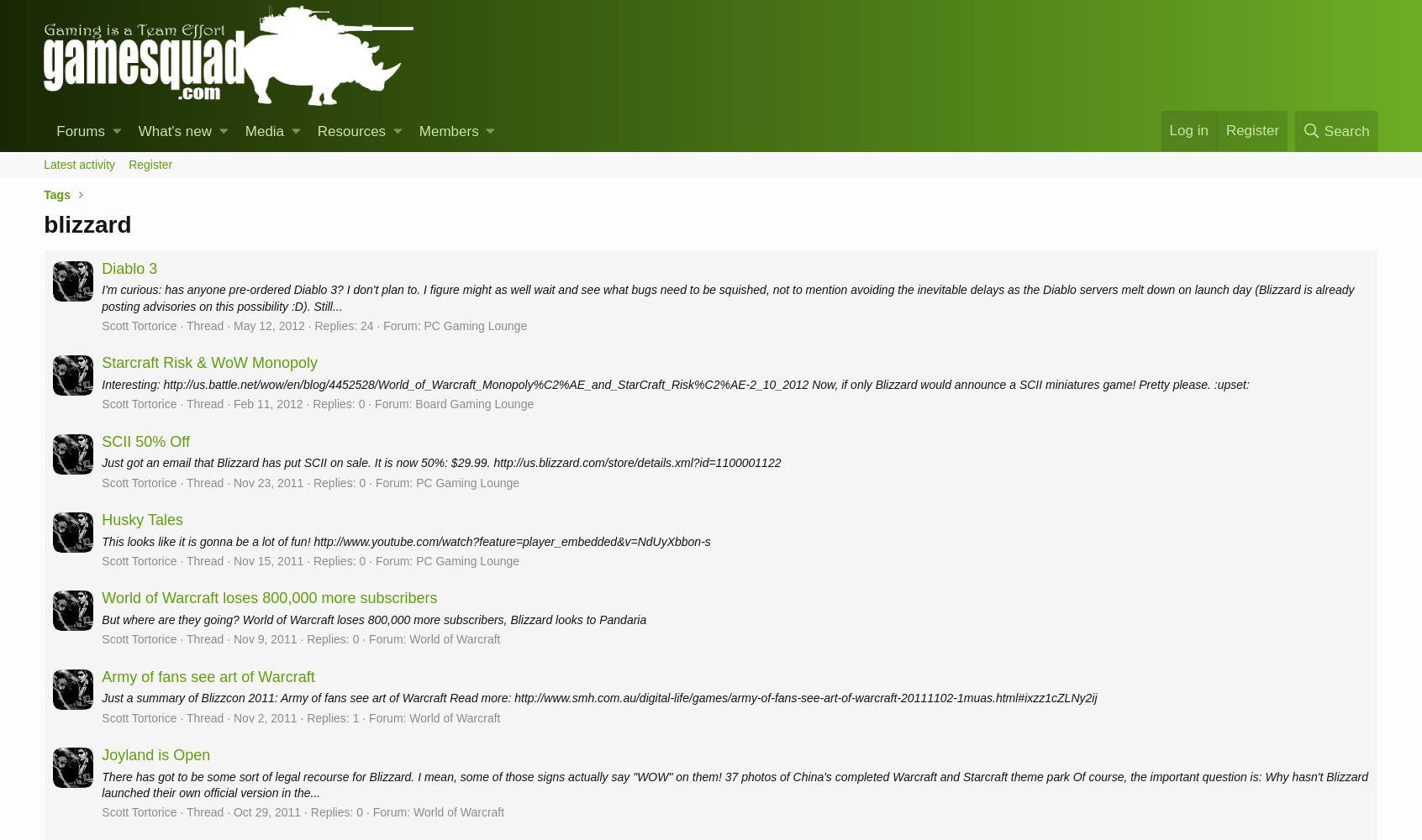  I want to click on 'I'm curious: has anyone pre-ordered Diablo 3?

I don't plan to.  I figure might as well wait and see what bugs need to be squished, not to mention avoiding the inevitable delays as the Diablo servers melt down on launch day (Blizzard is already posting advisories on this possibility :D).  Still...', so click(726, 297).